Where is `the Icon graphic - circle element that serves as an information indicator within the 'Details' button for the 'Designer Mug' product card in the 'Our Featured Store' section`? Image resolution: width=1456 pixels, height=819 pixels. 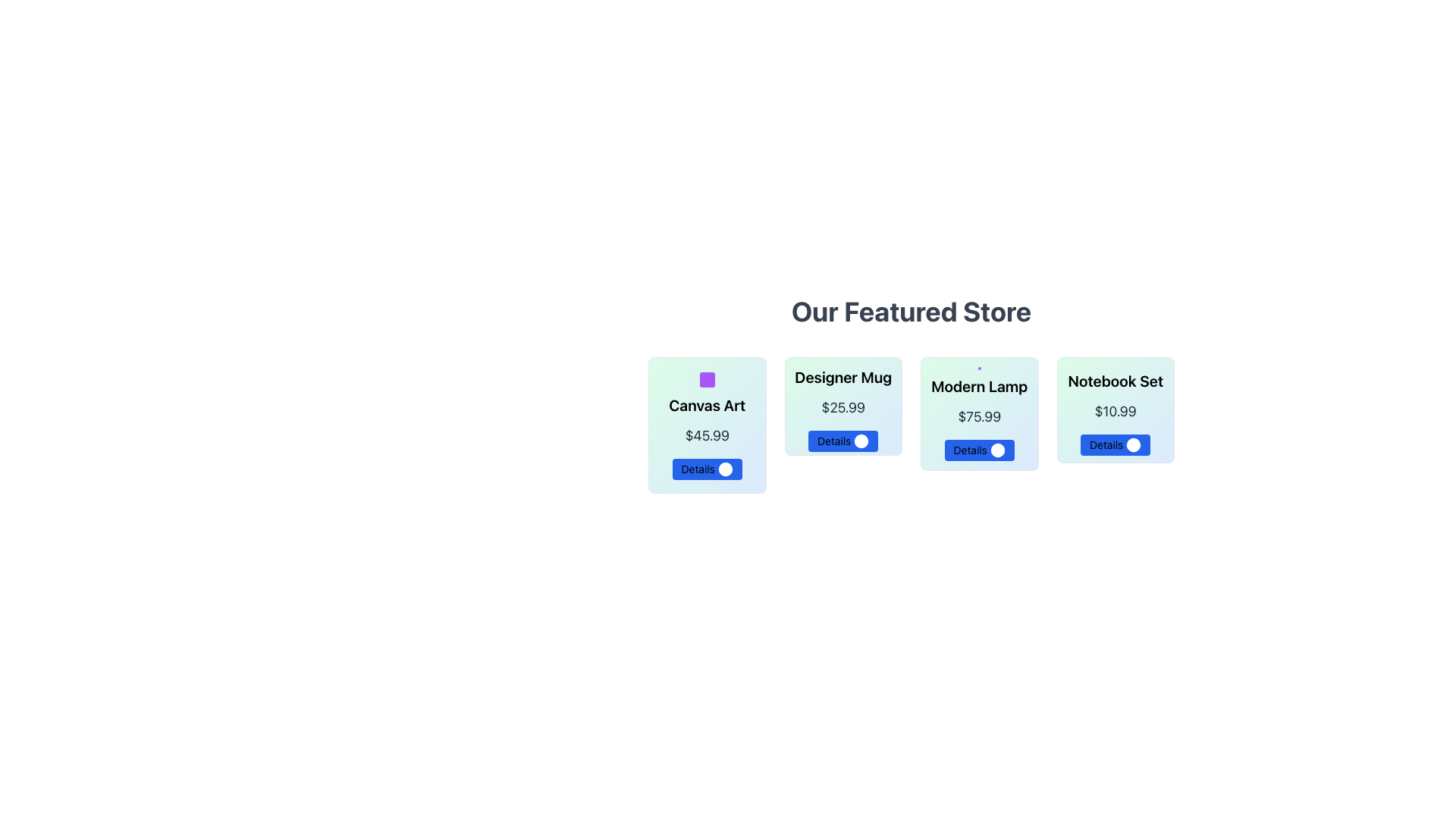 the Icon graphic - circle element that serves as an information indicator within the 'Details' button for the 'Designer Mug' product card in the 'Our Featured Store' section is located at coordinates (861, 441).